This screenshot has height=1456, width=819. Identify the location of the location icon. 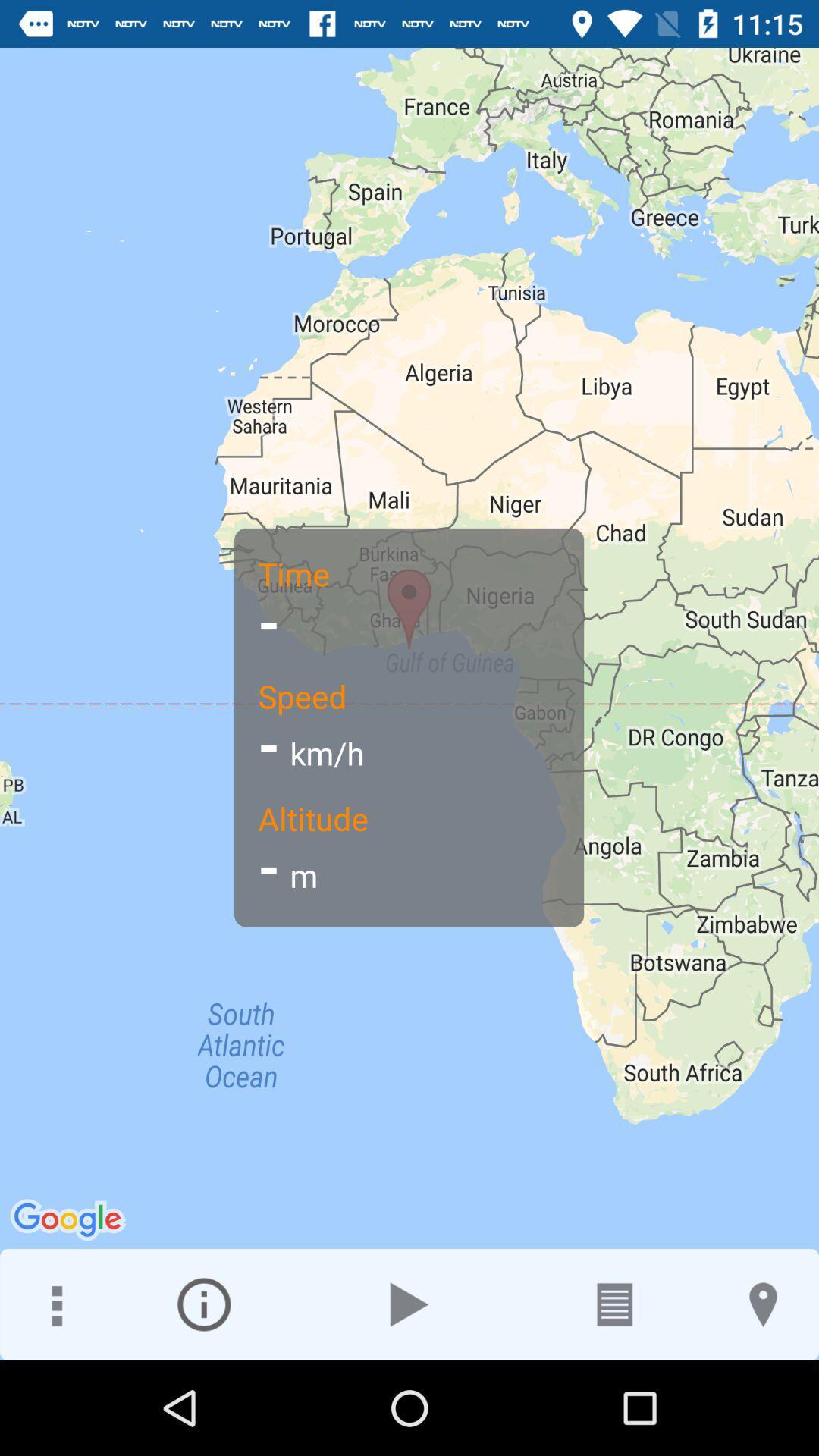
(763, 1304).